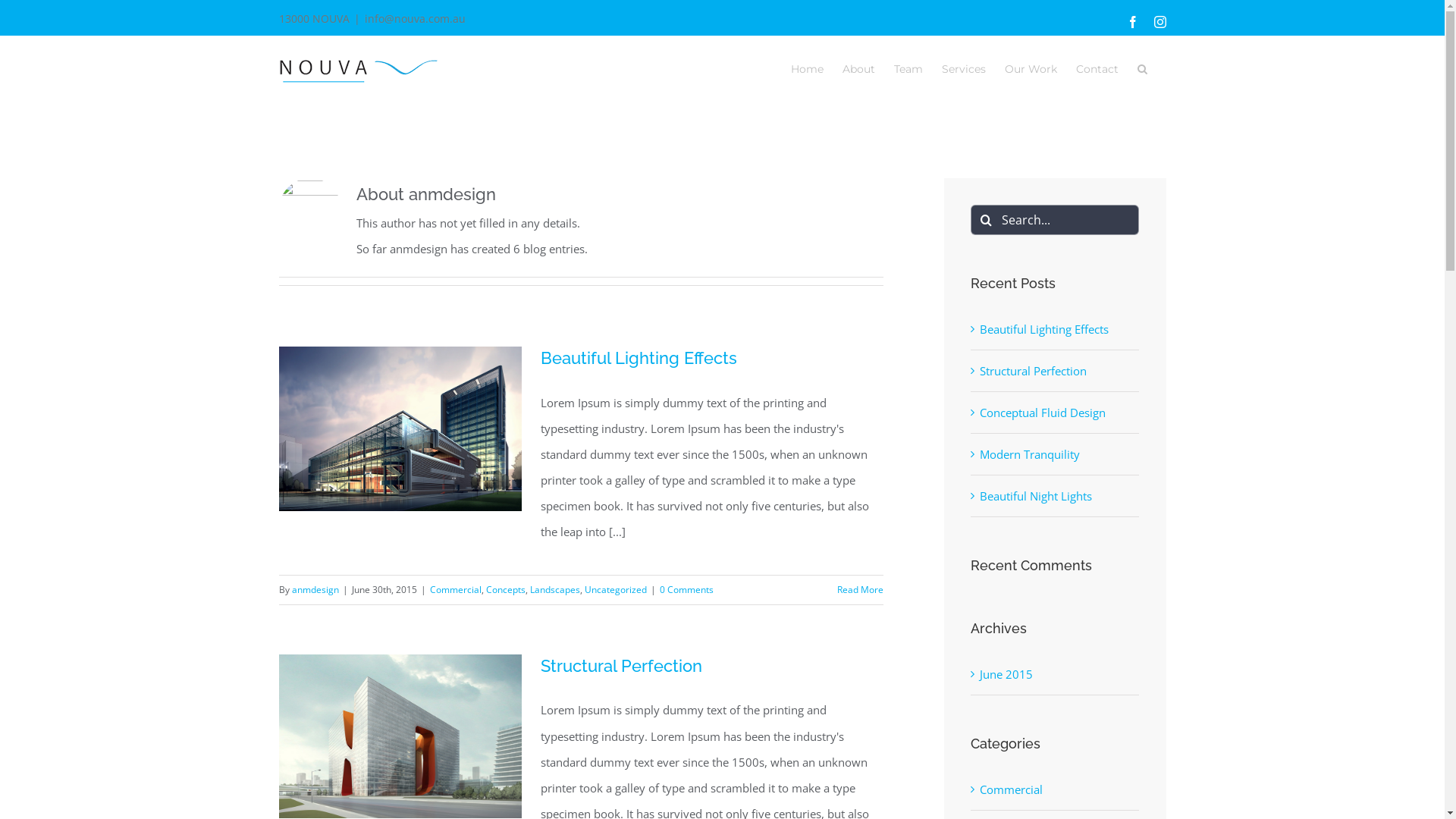 This screenshot has width=1456, height=819. I want to click on 'anmdesign', so click(313, 588).